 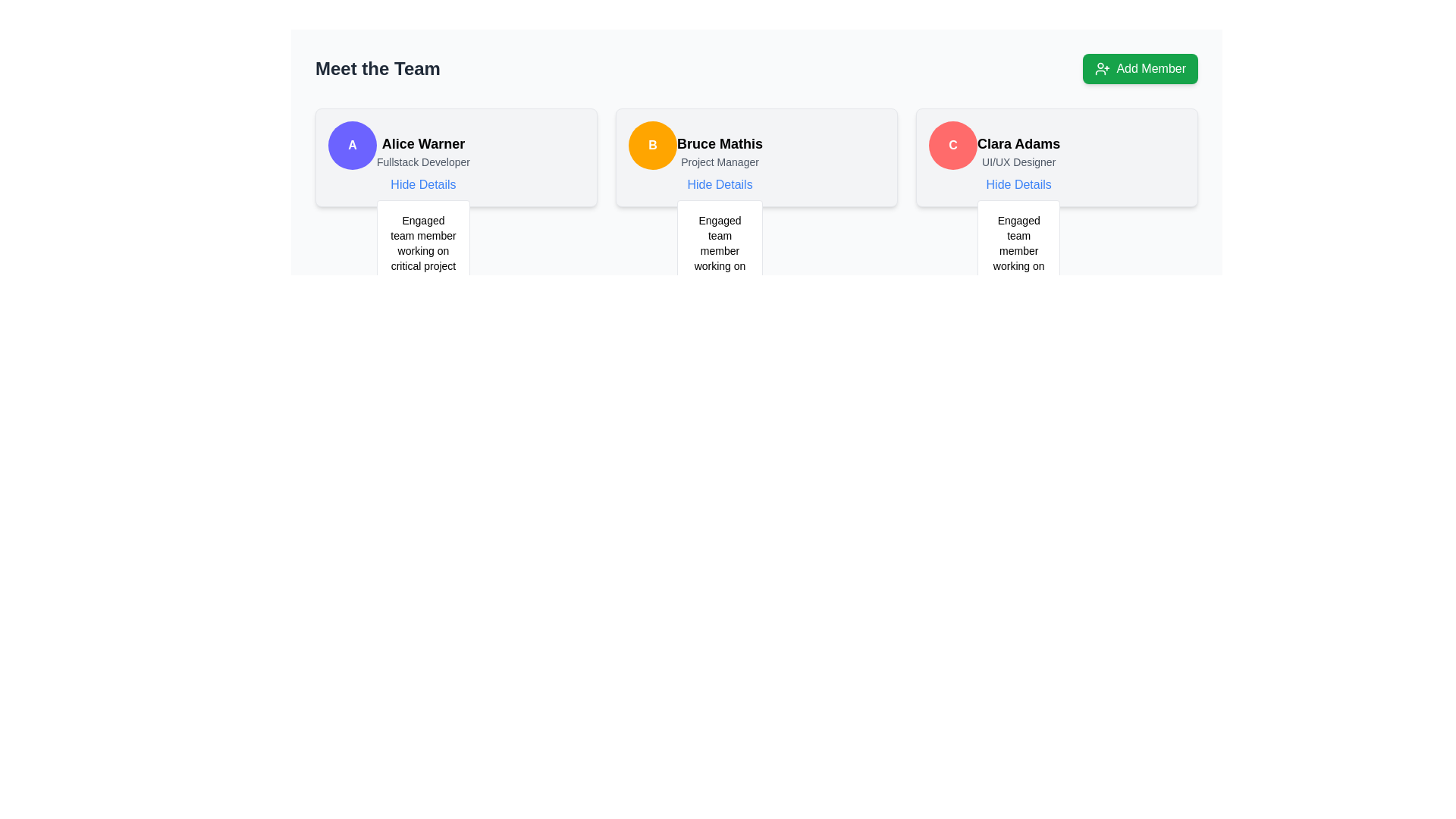 I want to click on the 'Hide Details' hyperlink located beneath the 'Project Manager' title in the 'Bruce Mathis' member card, so click(x=719, y=184).